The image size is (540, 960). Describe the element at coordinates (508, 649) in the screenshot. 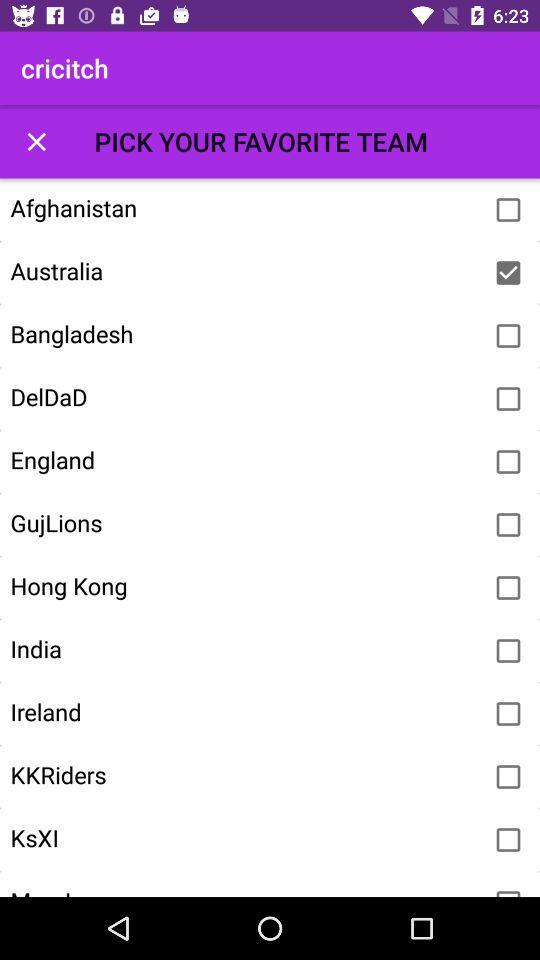

I see `the item` at that location.